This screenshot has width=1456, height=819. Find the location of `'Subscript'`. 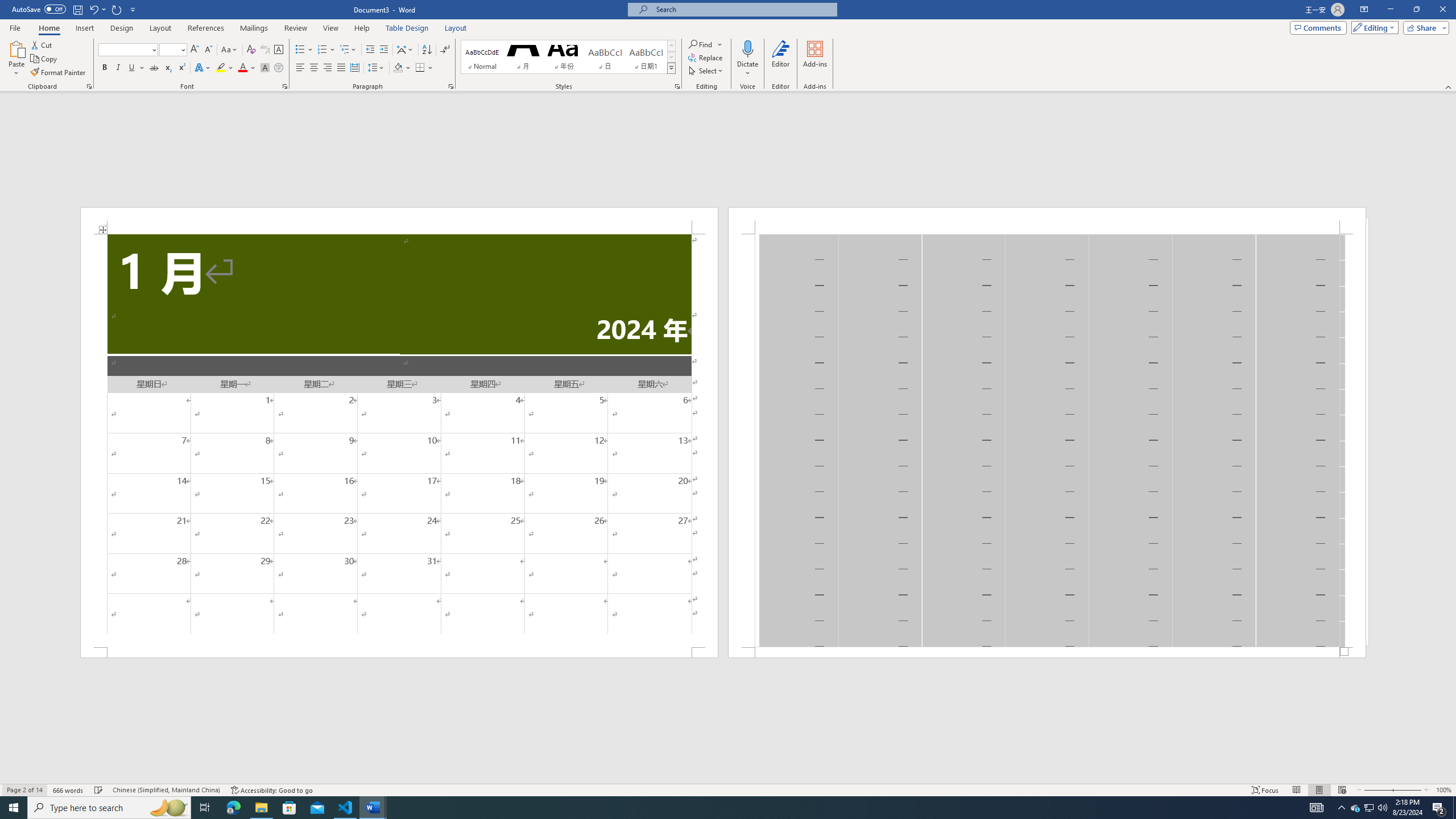

'Subscript' is located at coordinates (167, 67).